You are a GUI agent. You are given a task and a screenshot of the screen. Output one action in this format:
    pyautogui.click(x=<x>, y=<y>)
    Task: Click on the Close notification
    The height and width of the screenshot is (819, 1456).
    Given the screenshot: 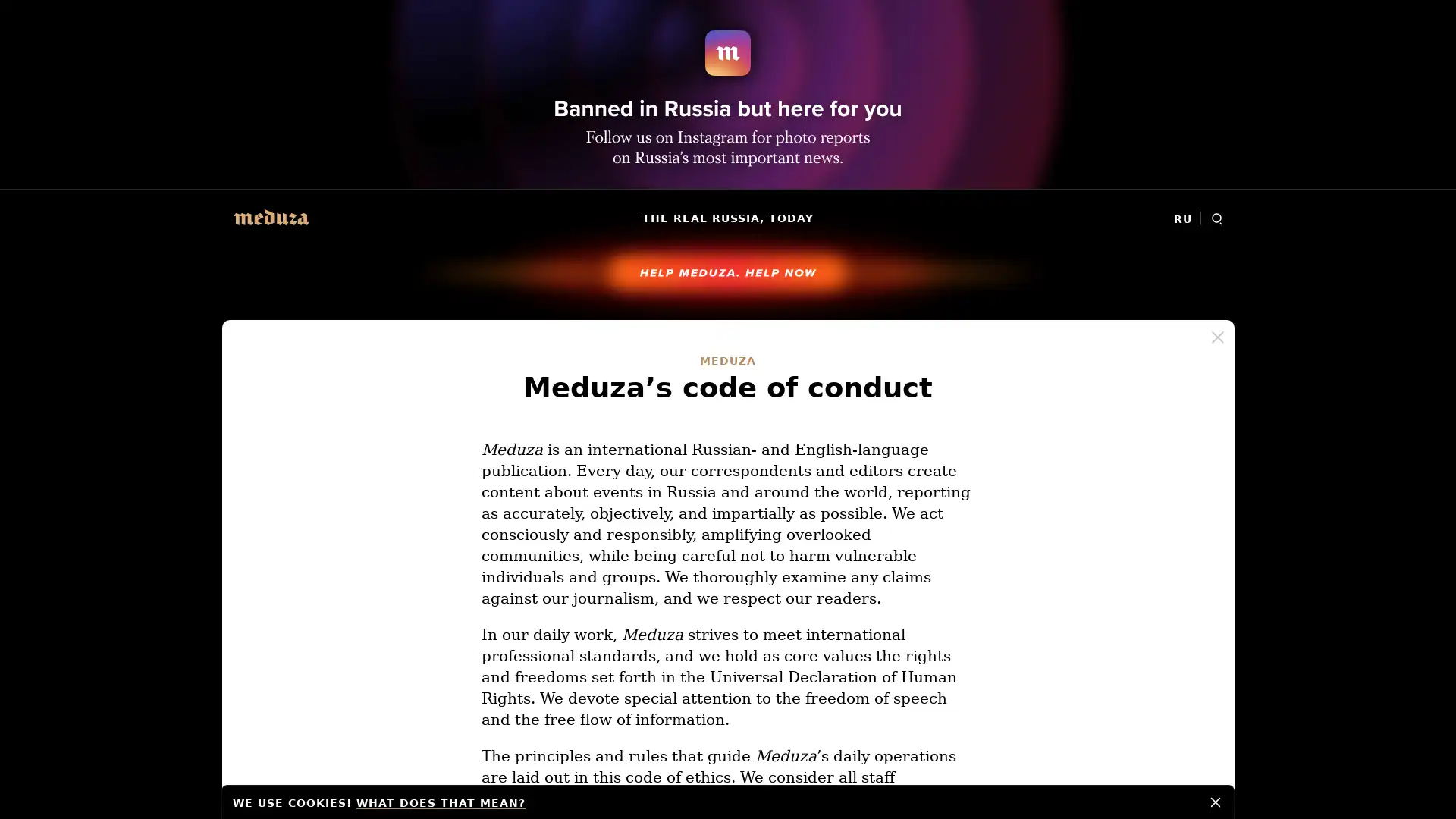 What is the action you would take?
    pyautogui.click(x=1216, y=800)
    